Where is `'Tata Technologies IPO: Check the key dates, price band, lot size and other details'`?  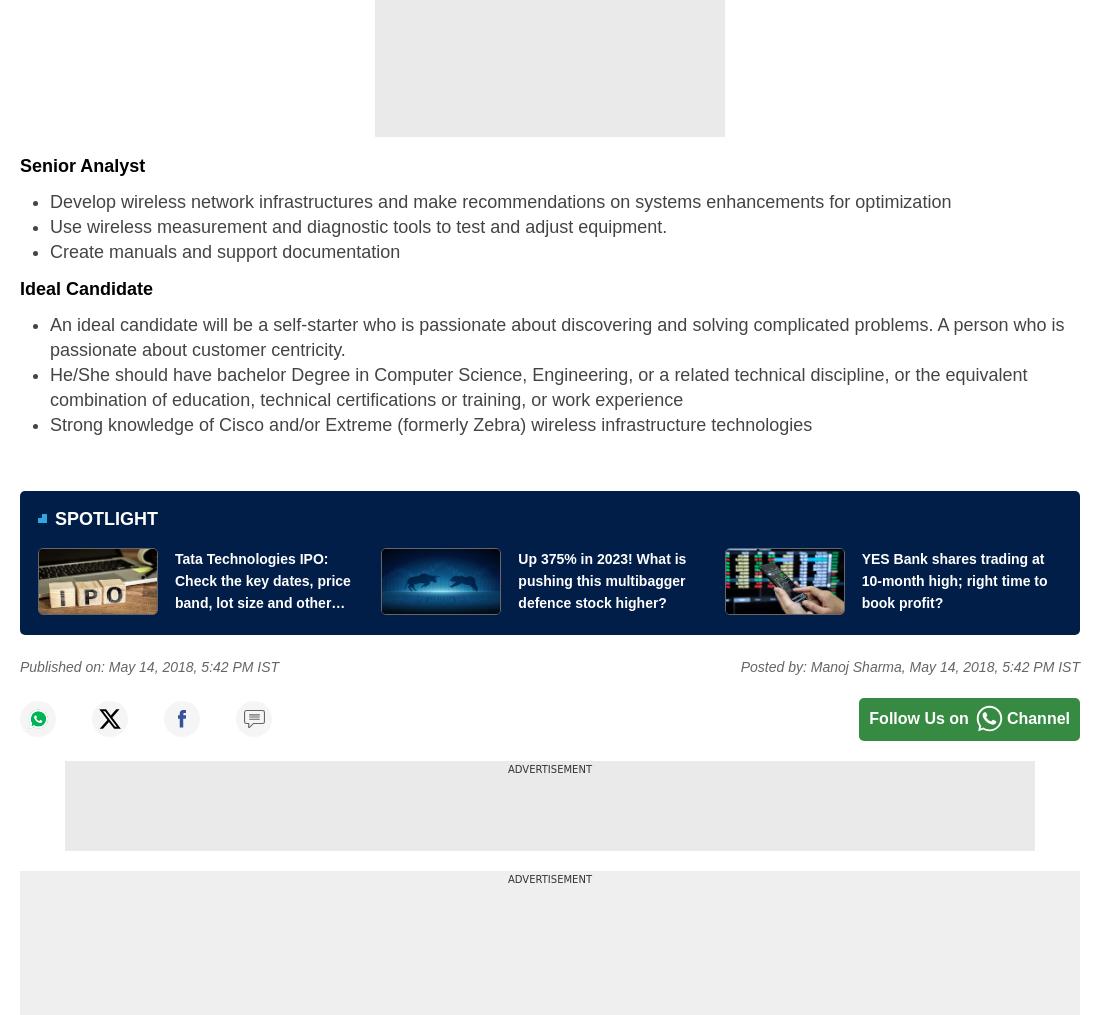
'Tata Technologies IPO: Check the key dates, price band, lot size and other details' is located at coordinates (262, 590).